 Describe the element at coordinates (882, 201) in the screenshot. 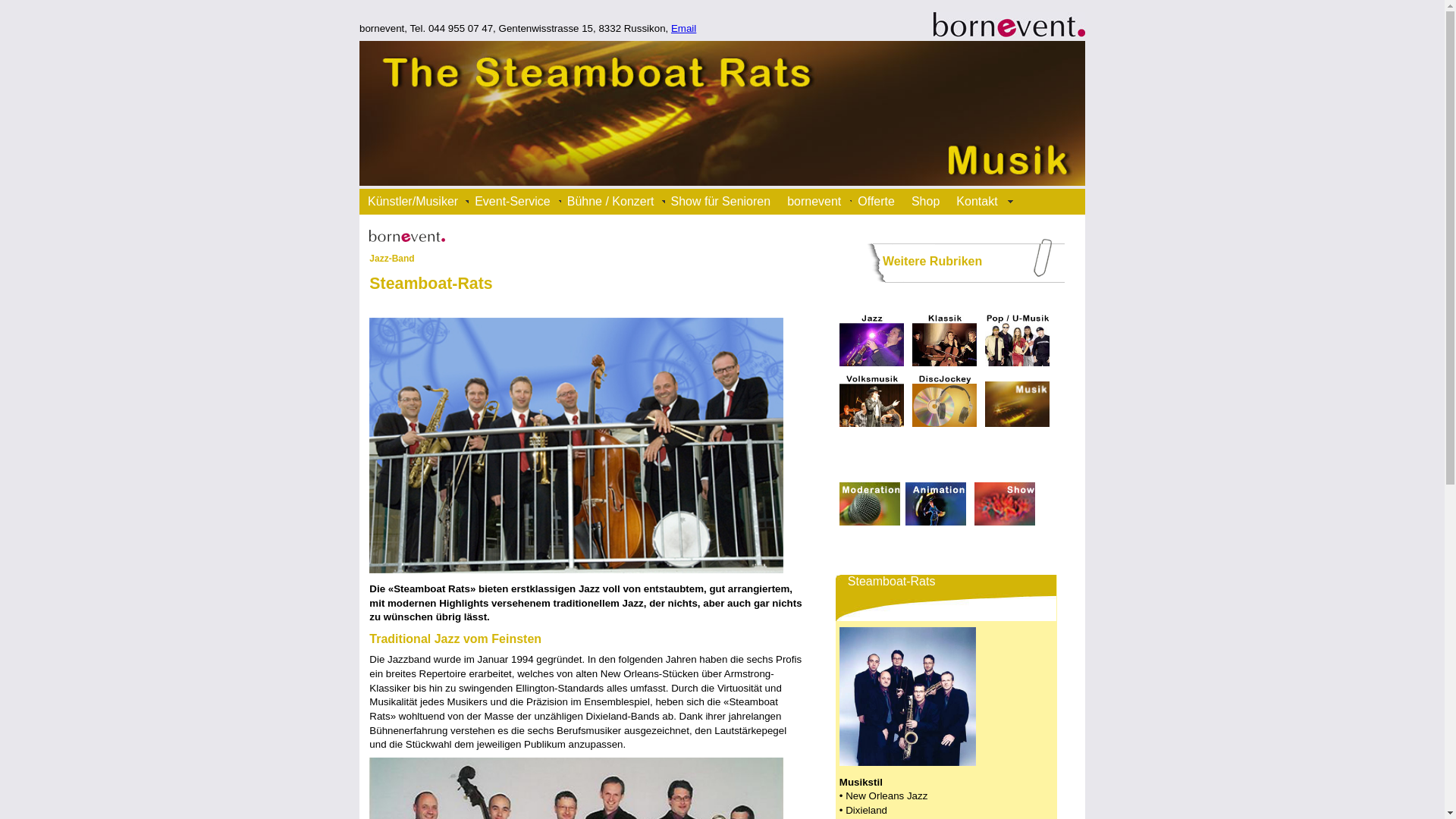

I see `'Offerte'` at that location.